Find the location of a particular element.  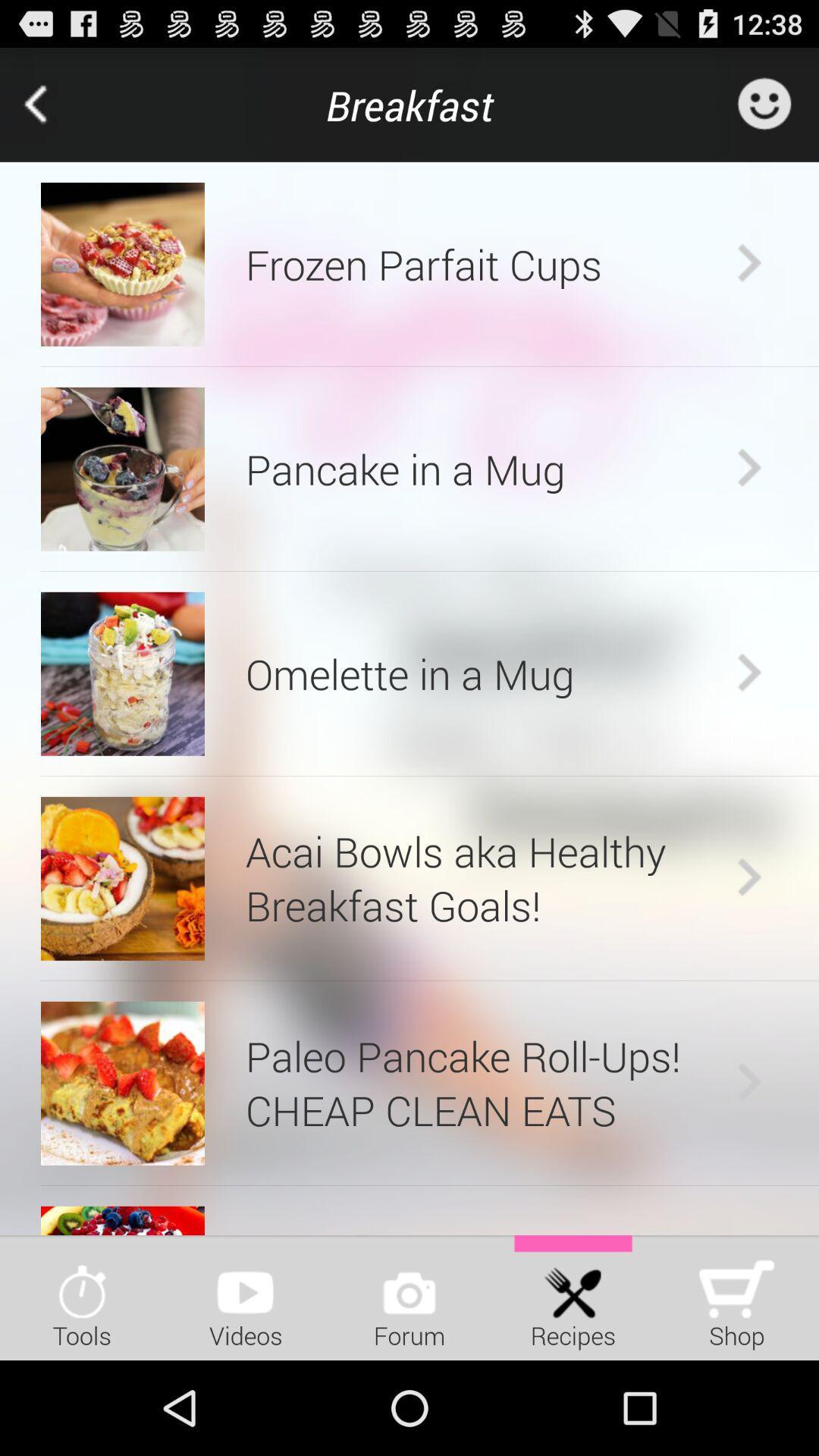

icon to the left of rainbow pancakes  item is located at coordinates (122, 1220).